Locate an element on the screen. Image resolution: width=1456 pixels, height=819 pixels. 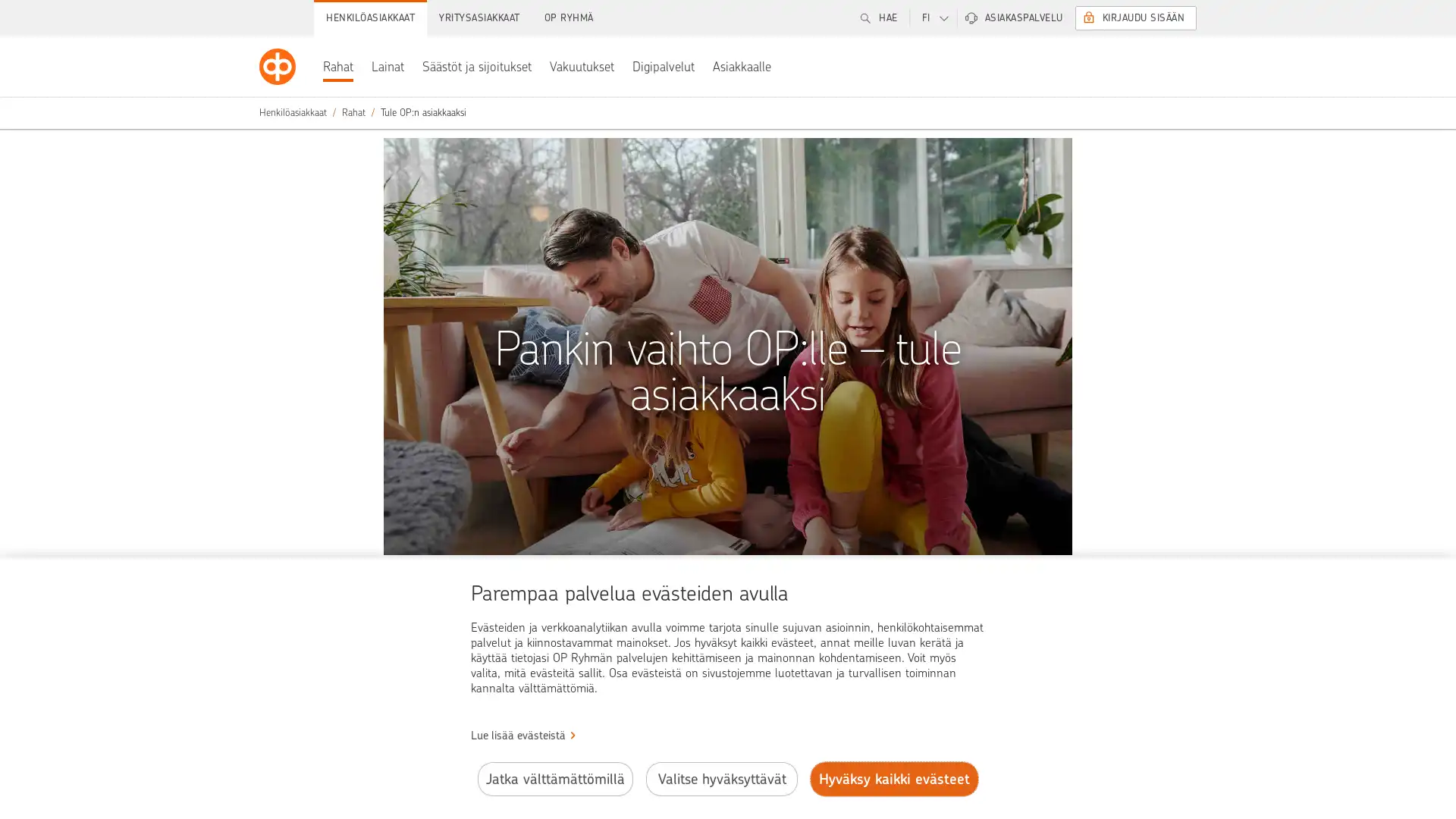
Jatka valttamattomilla evasteilla. is located at coordinates (554, 779).